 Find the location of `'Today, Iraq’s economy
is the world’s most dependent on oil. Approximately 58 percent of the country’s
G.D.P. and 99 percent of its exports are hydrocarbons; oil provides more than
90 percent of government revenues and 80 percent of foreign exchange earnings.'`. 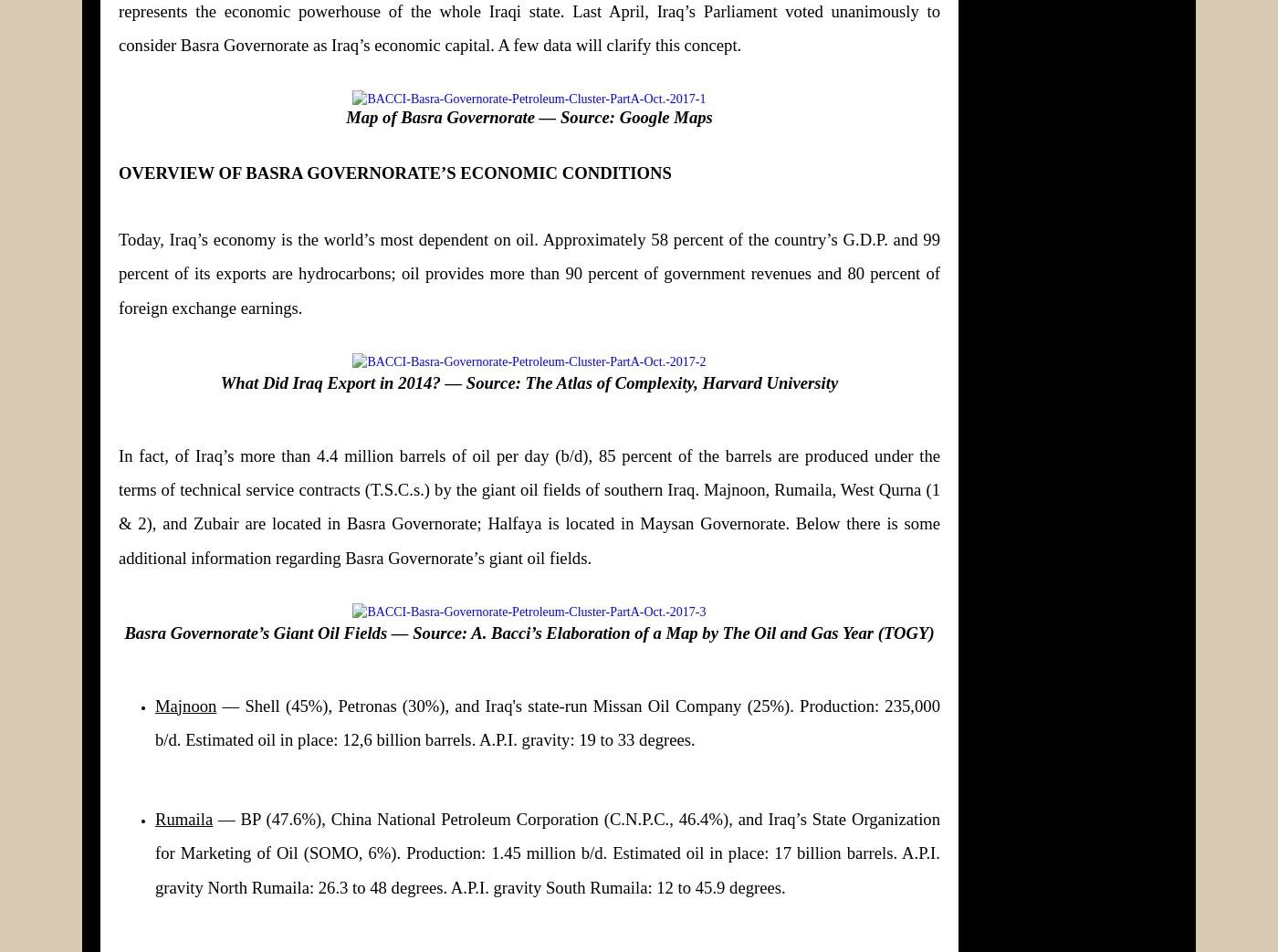

'Today, Iraq’s economy
is the world’s most dependent on oil. Approximately 58 percent of the country’s
G.D.P. and 99 percent of its exports are hydrocarbons; oil provides more than
90 percent of government revenues and 80 percent of foreign exchange earnings.' is located at coordinates (529, 272).